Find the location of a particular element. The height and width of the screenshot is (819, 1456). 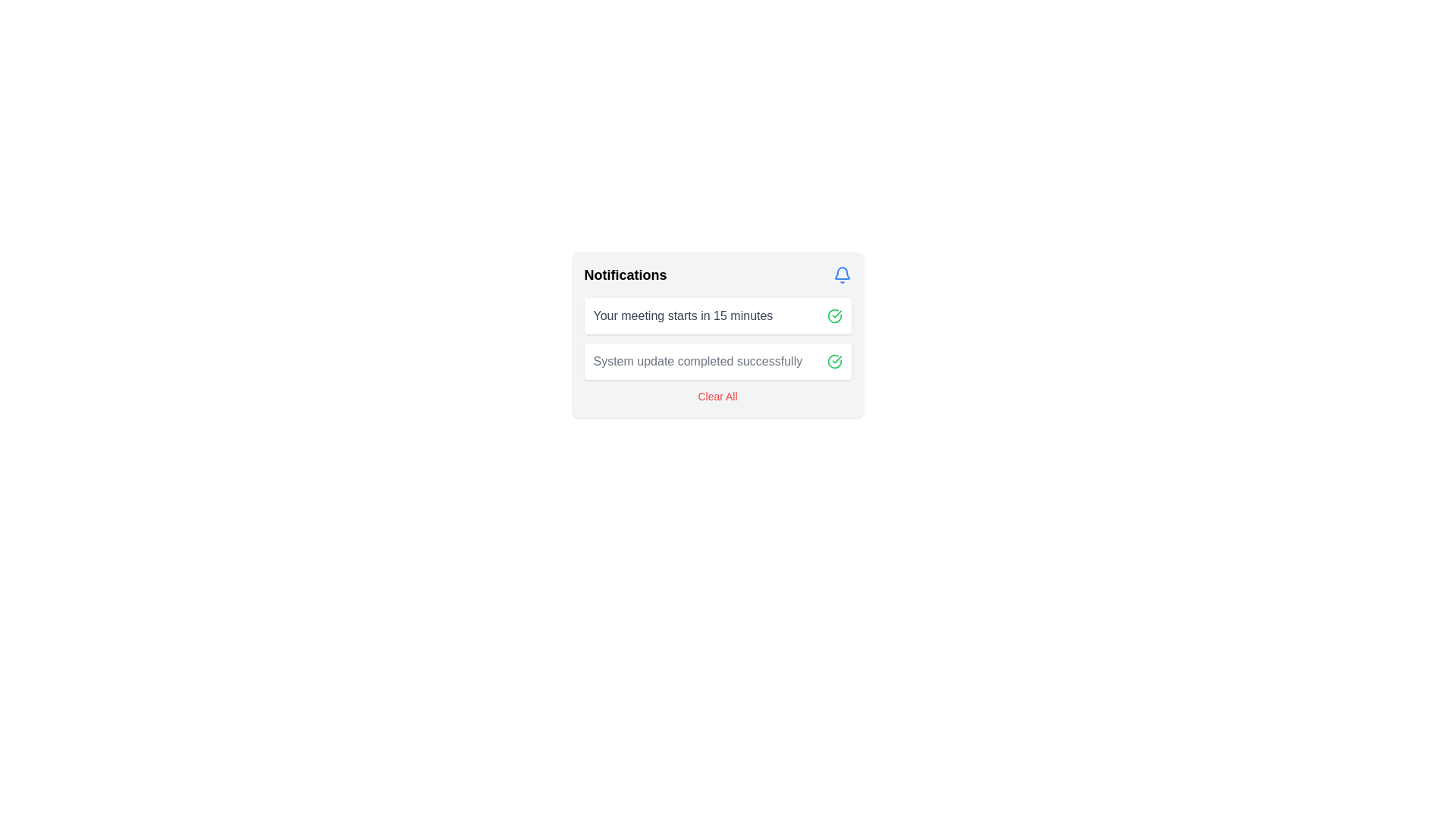

the green checkmark icon within the notification panel is located at coordinates (833, 362).